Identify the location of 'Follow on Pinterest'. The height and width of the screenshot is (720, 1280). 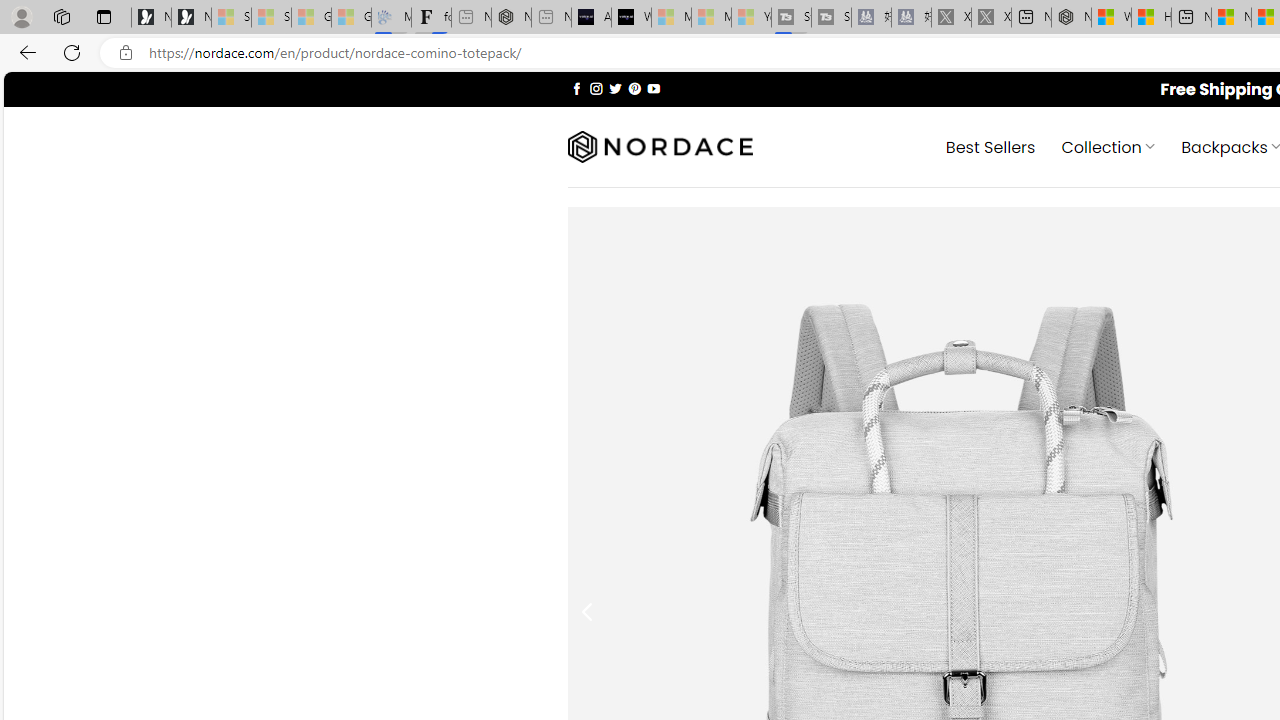
(633, 87).